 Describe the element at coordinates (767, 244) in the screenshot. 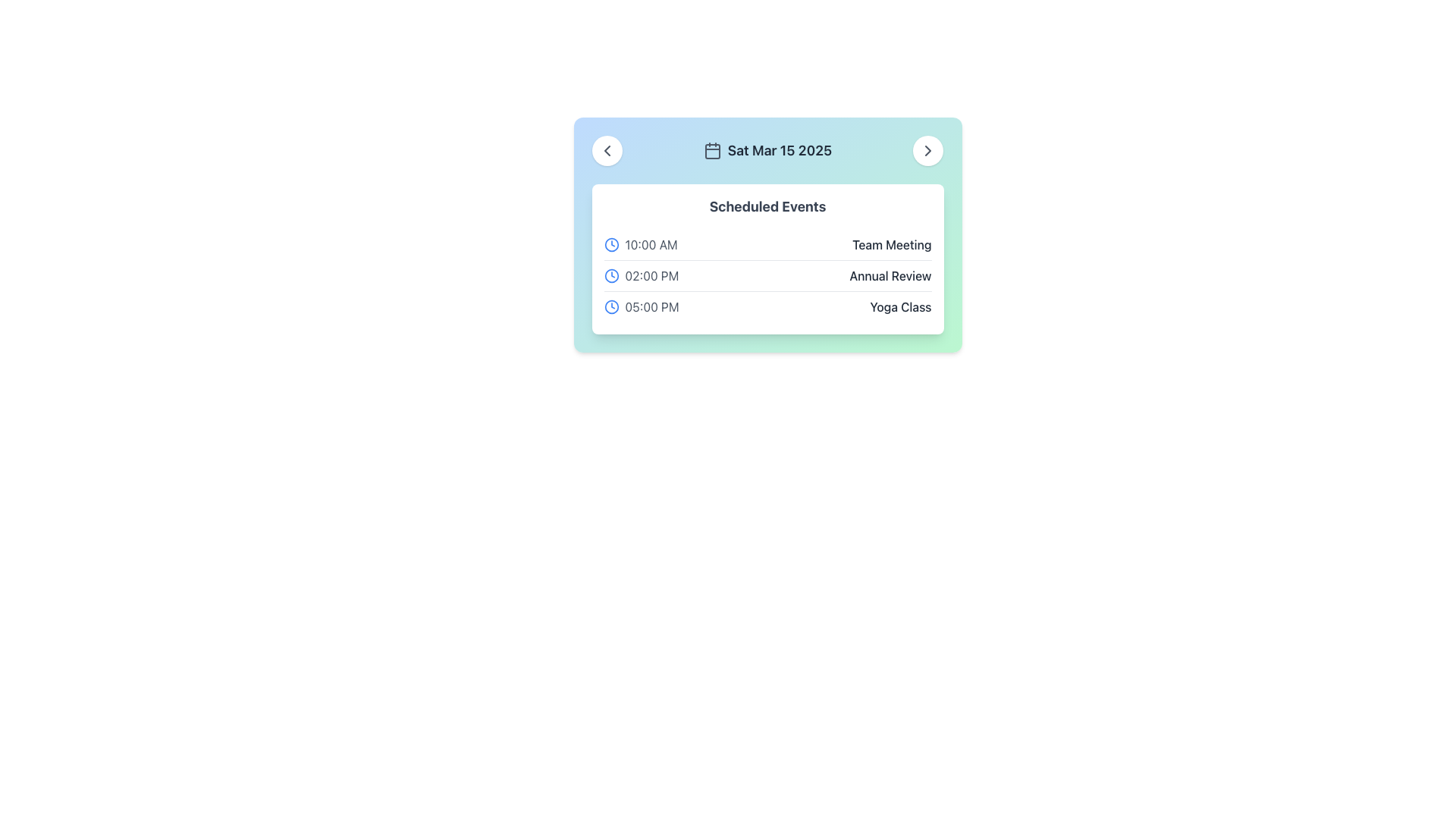

I see `the first list item representing the scheduled event 'Team Meeting' at '10:00 AM'` at that location.